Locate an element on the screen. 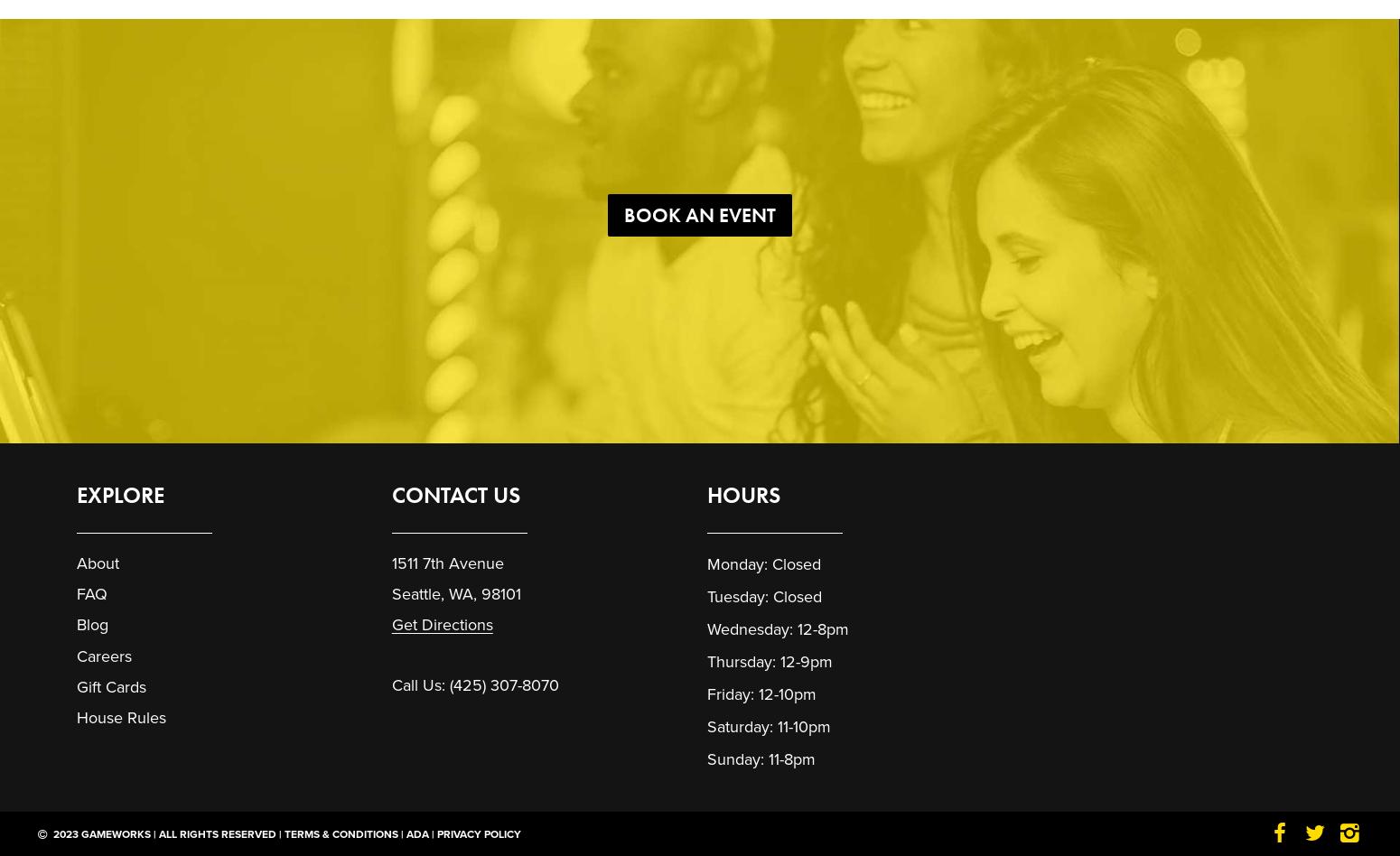 The image size is (1400, 856). 'House Rules' is located at coordinates (121, 717).